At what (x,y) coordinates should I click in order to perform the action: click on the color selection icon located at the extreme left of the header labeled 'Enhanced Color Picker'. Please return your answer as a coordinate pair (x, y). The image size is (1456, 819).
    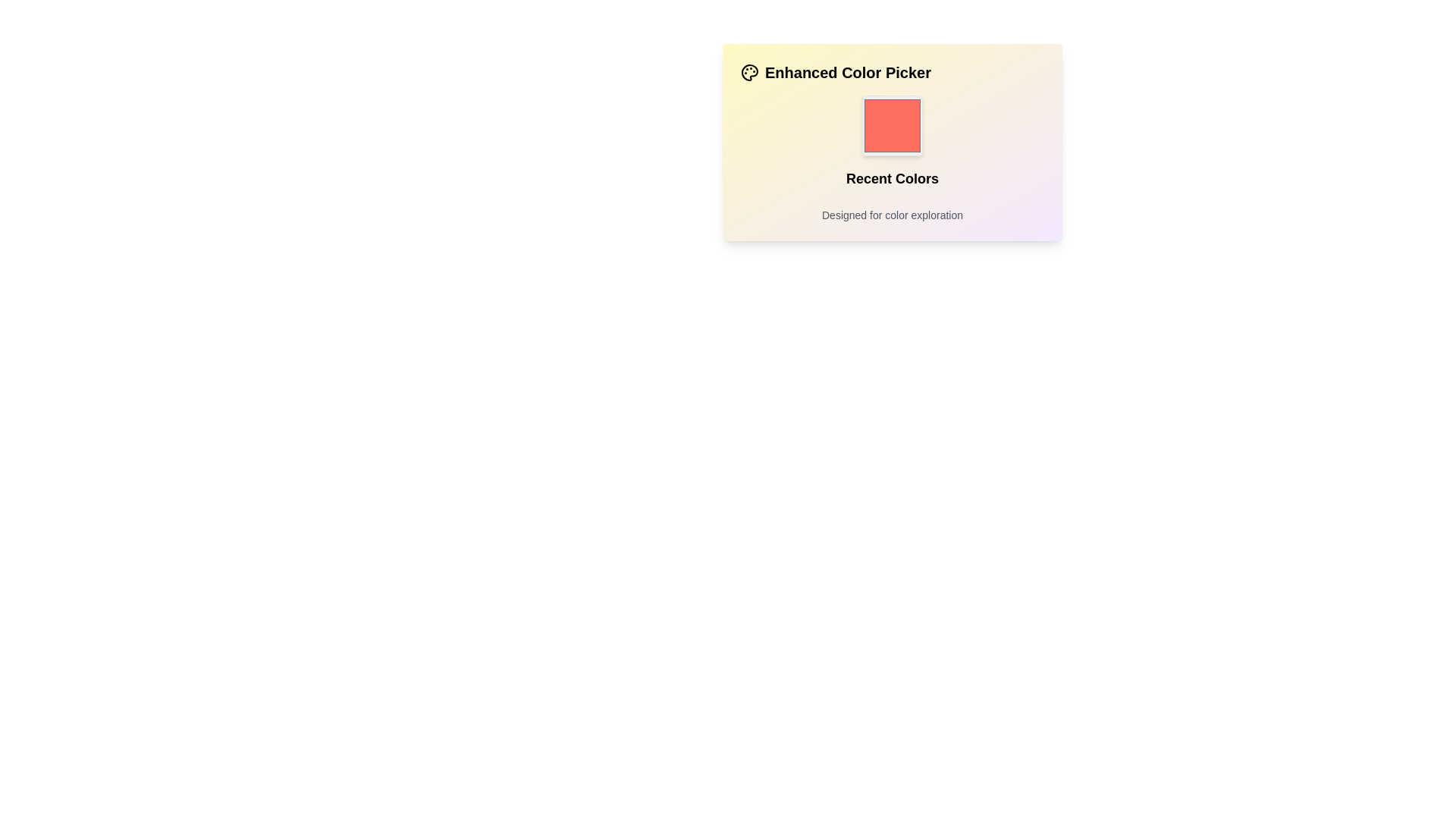
    Looking at the image, I should click on (749, 73).